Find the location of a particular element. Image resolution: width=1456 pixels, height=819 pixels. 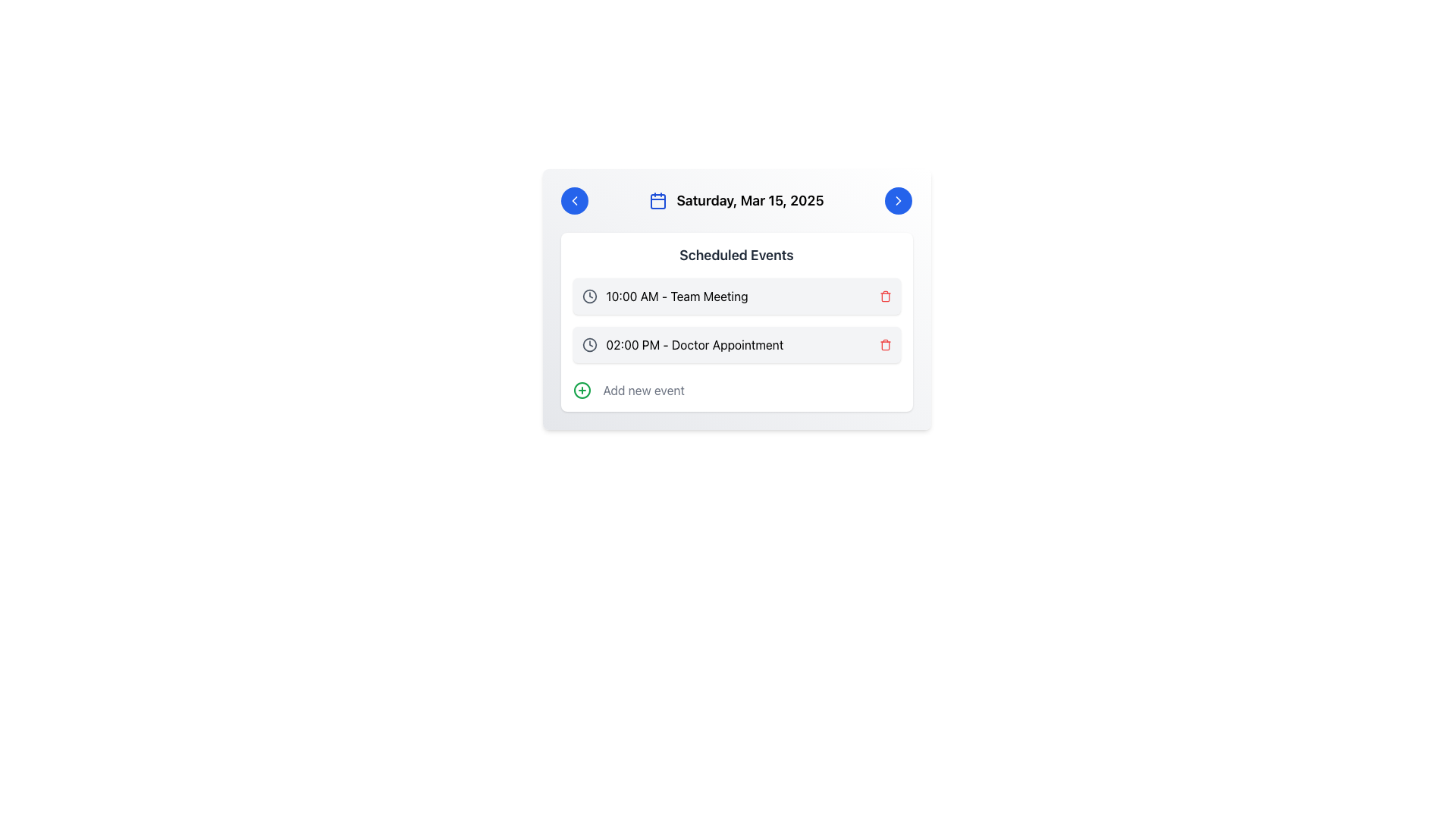

the grey clock icon located to the left of the '10:00 AM - Team Meeting' text in the 'Scheduled Events' section is located at coordinates (588, 296).